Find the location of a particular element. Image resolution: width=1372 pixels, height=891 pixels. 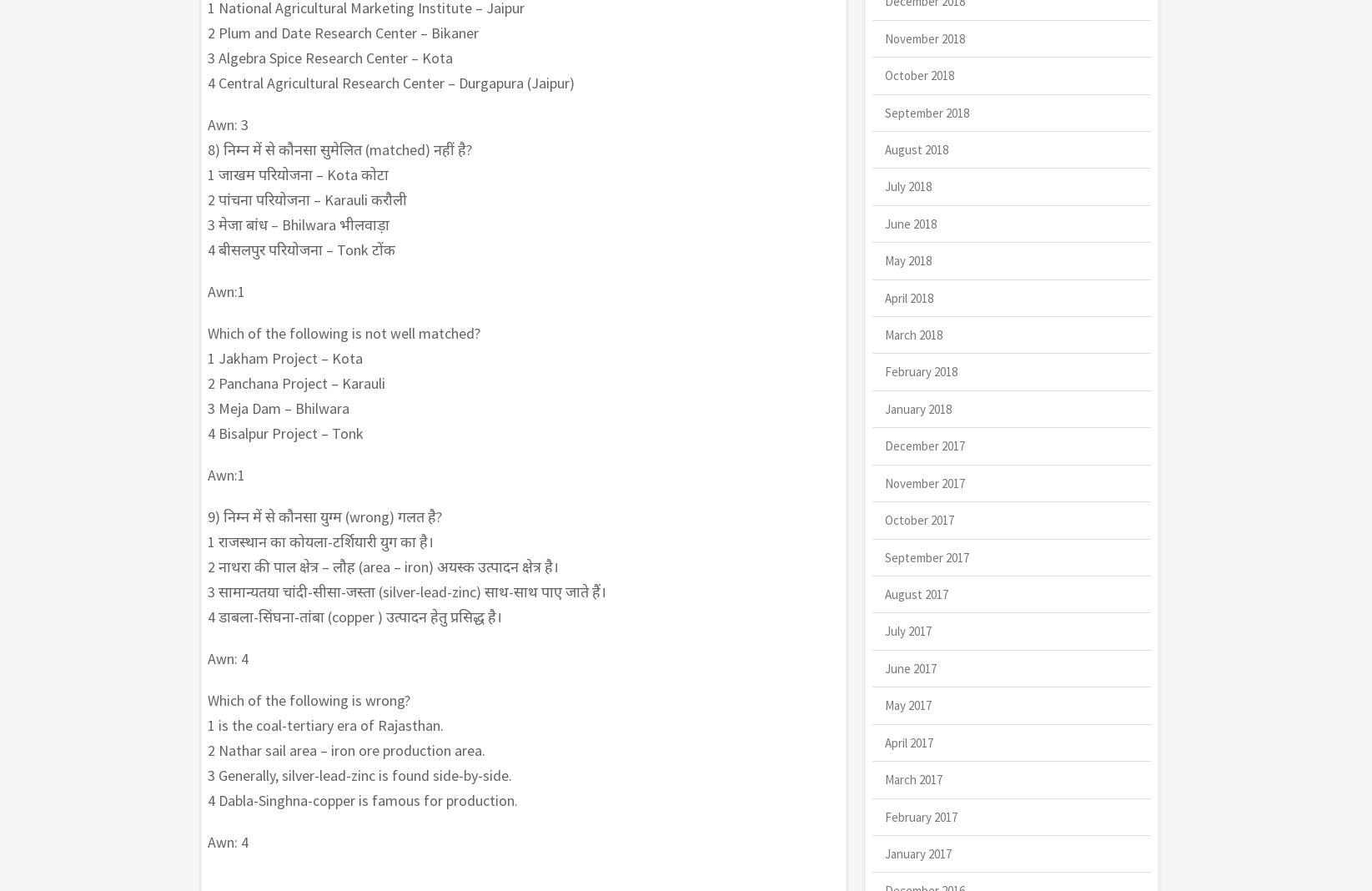

'May 2017' is located at coordinates (907, 704).